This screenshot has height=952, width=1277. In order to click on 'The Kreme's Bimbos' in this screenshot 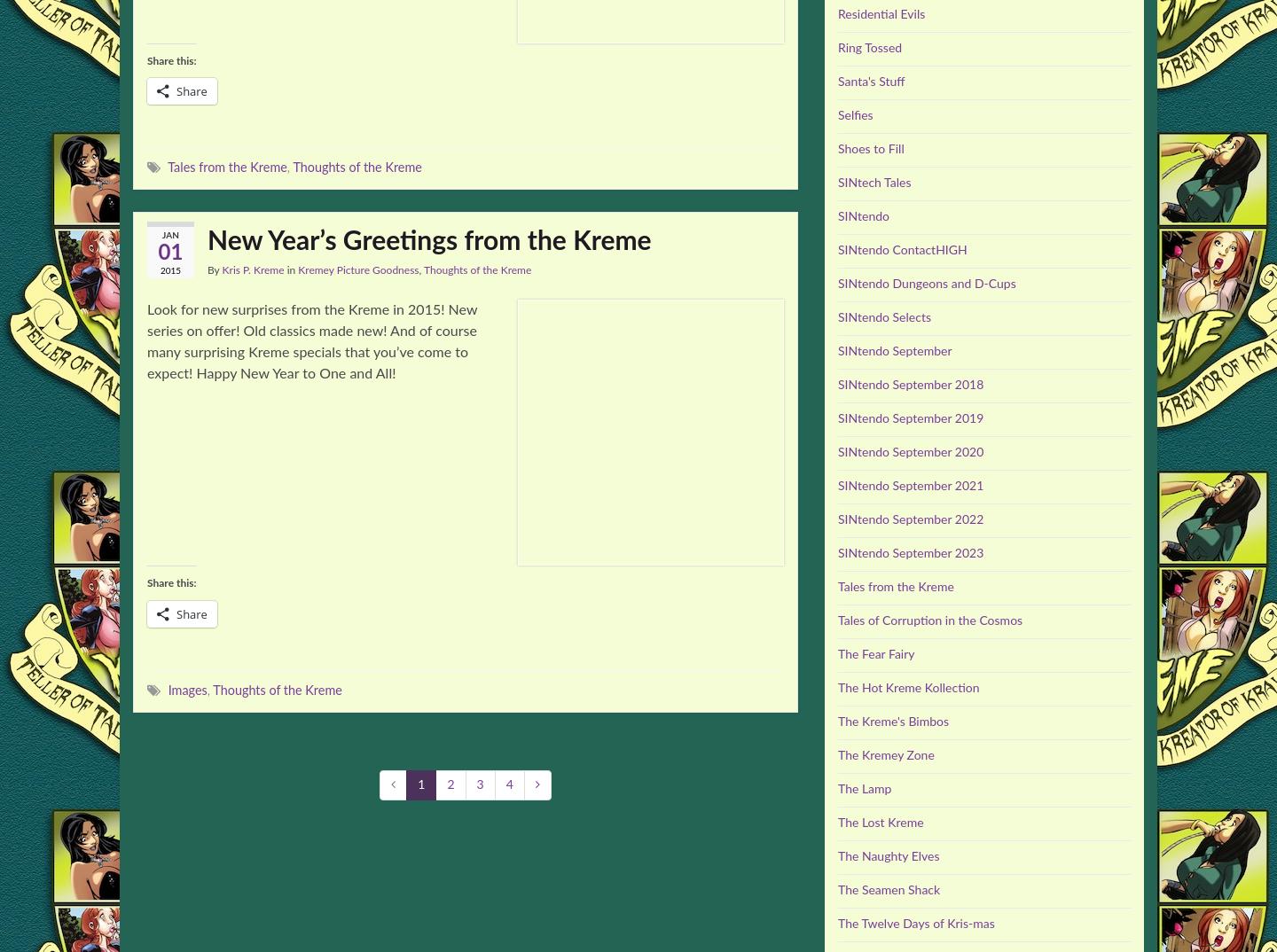, I will do `click(892, 722)`.